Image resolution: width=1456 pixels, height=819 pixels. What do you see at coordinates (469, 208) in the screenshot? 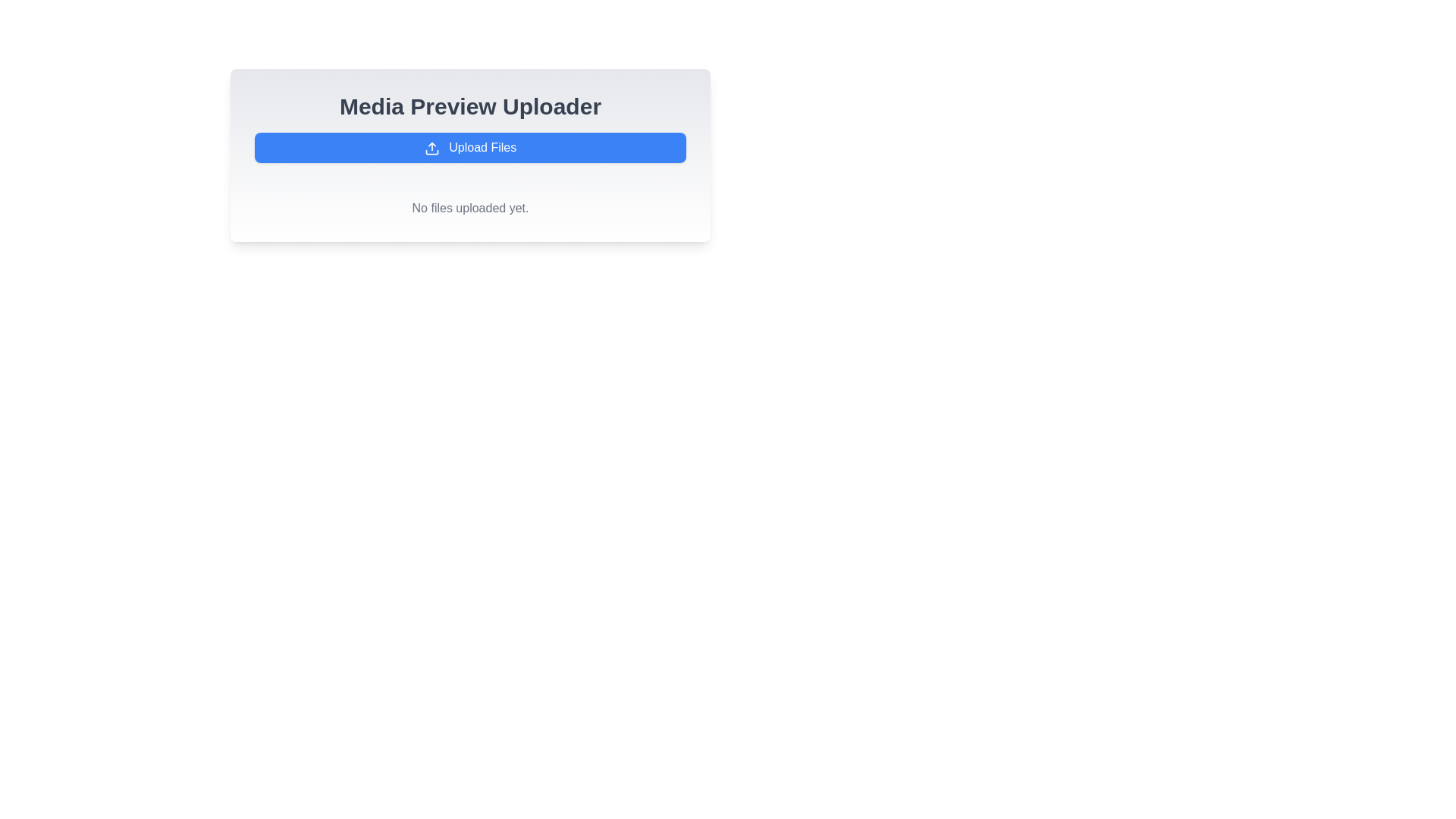
I see `the text label indicating that no files have been uploaded yet, which is positioned below the 'Upload Files' button` at bounding box center [469, 208].